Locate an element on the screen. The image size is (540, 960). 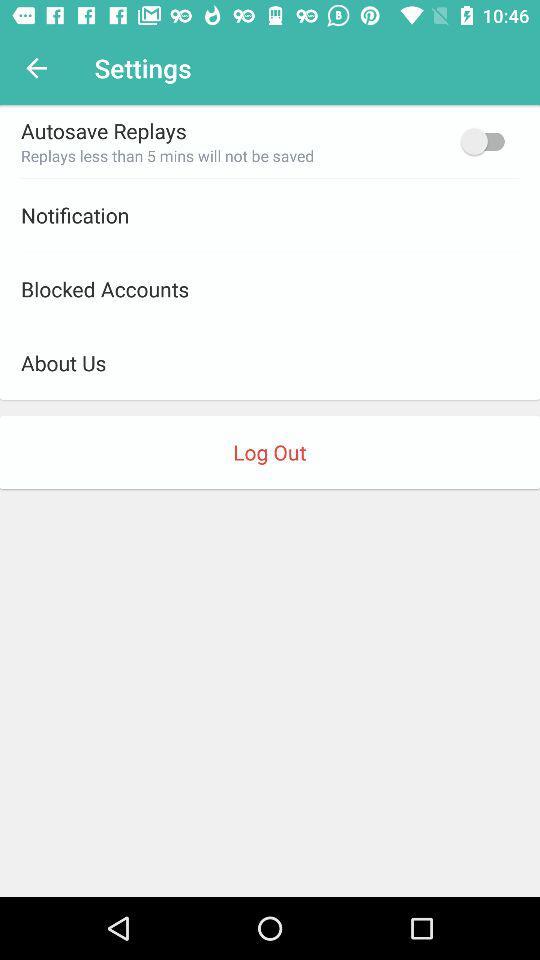
the icon next to settings icon is located at coordinates (36, 68).